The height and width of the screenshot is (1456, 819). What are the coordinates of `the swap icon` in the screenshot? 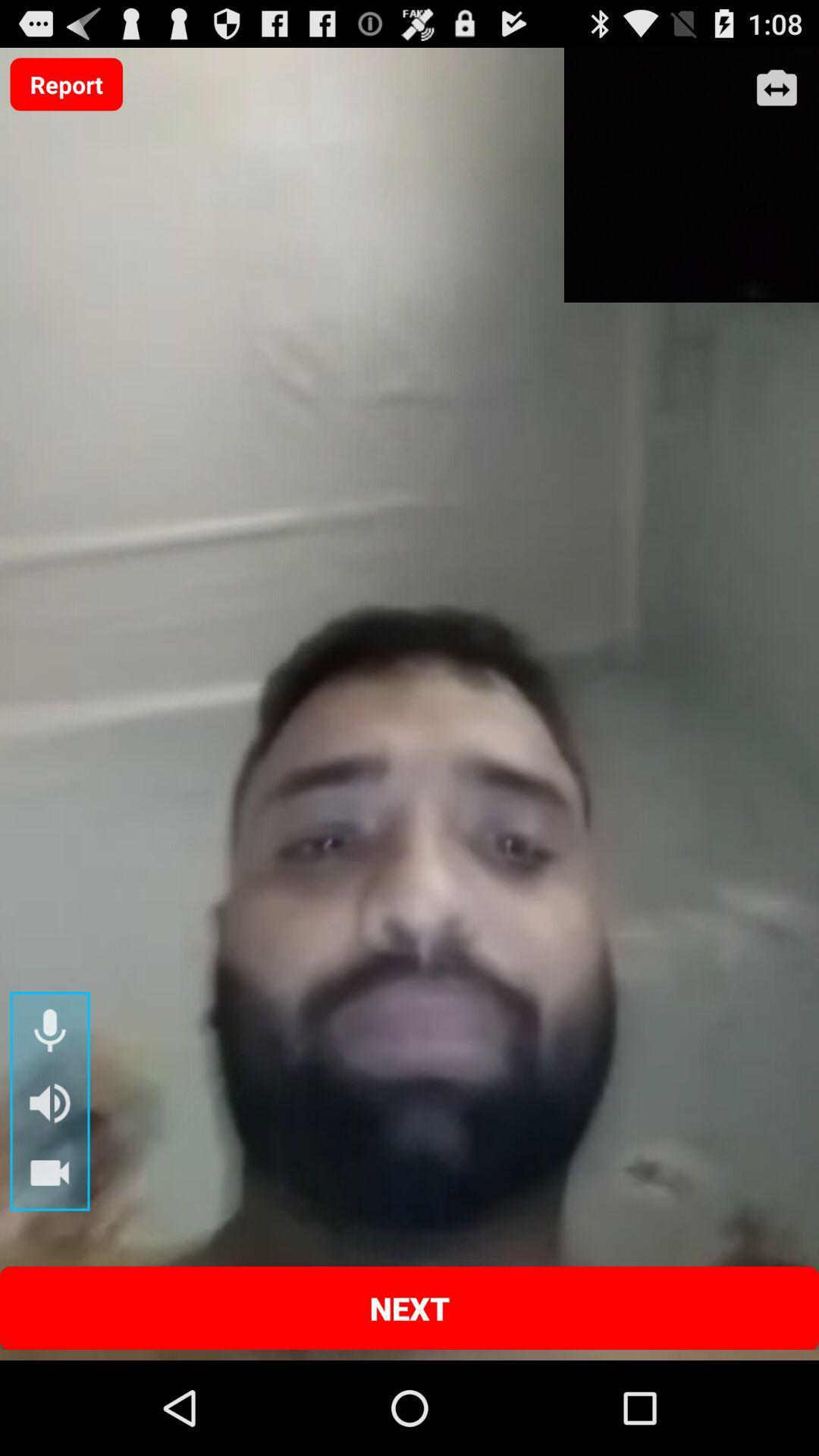 It's located at (777, 95).